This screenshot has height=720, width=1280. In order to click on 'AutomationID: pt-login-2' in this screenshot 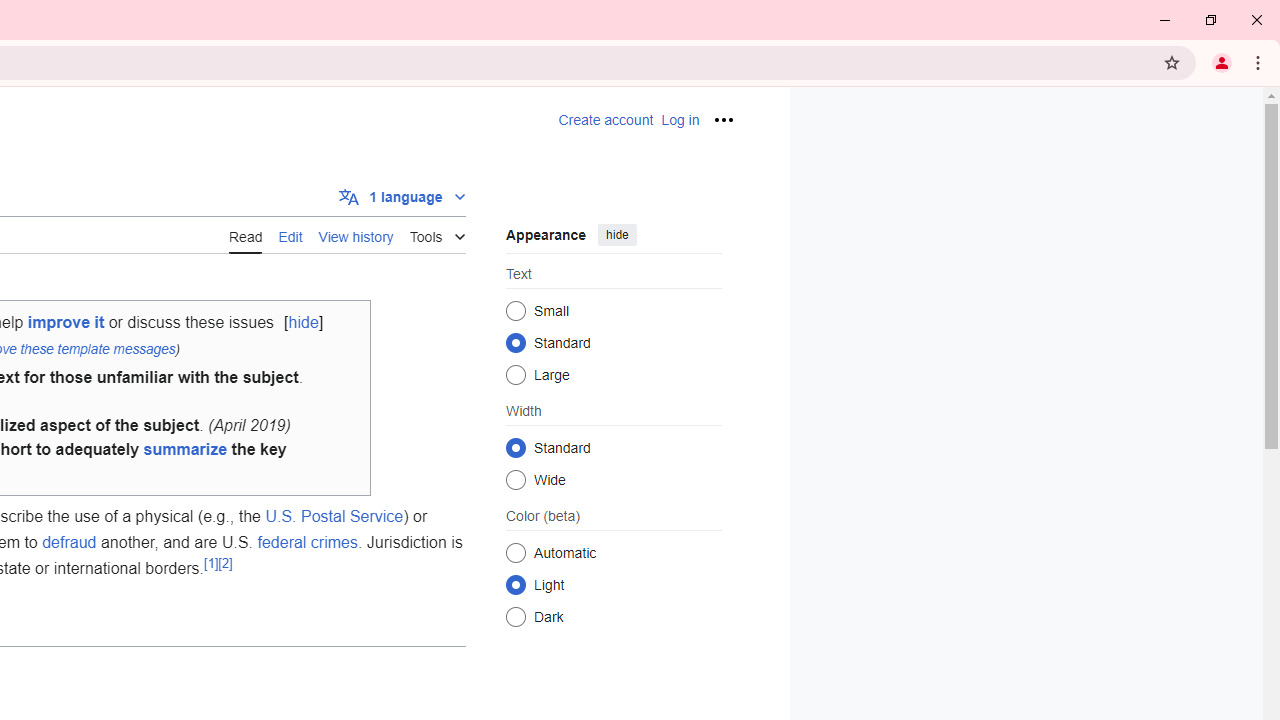, I will do `click(680, 120)`.